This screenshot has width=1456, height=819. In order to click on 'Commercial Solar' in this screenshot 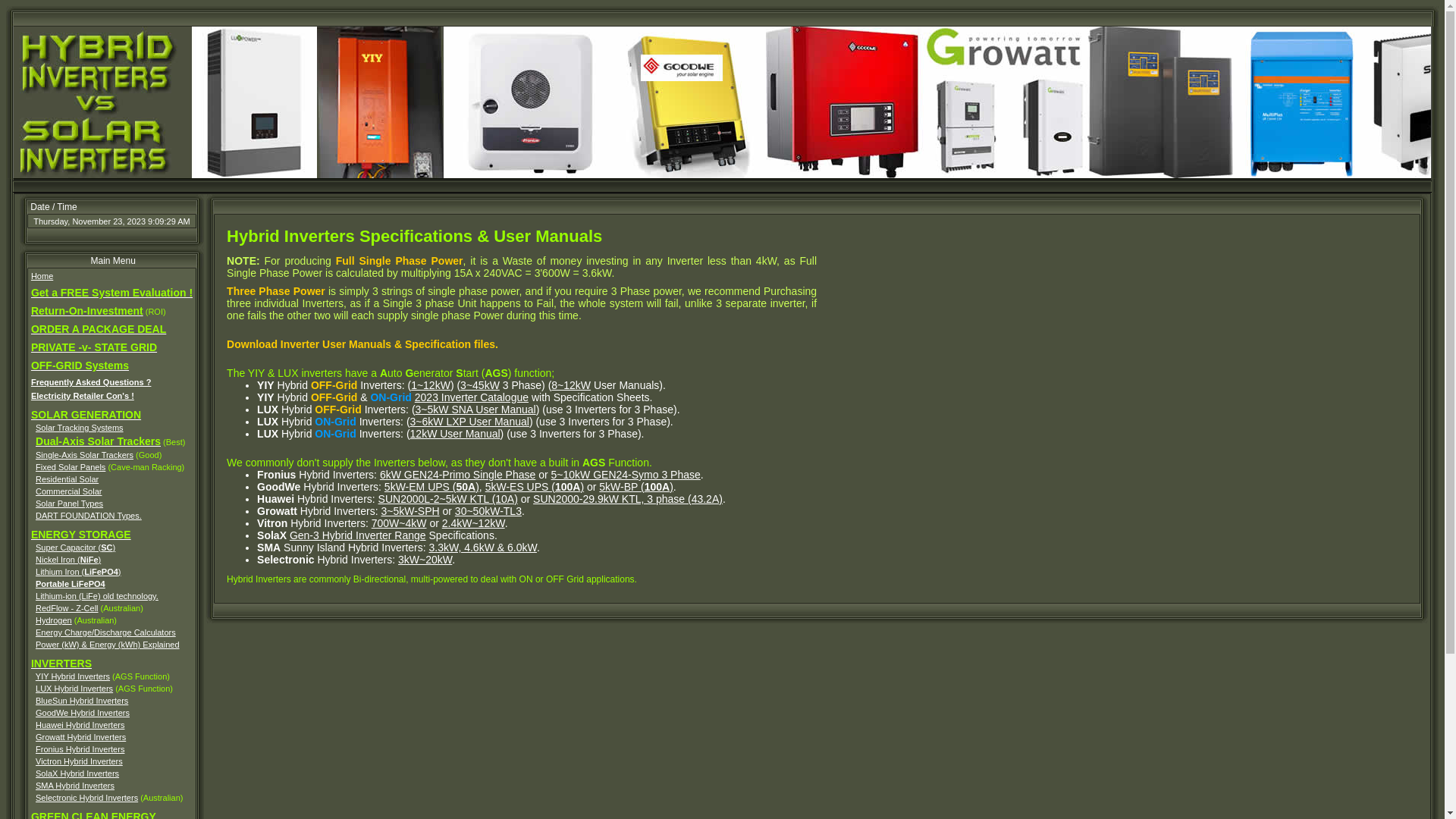, I will do `click(67, 491)`.